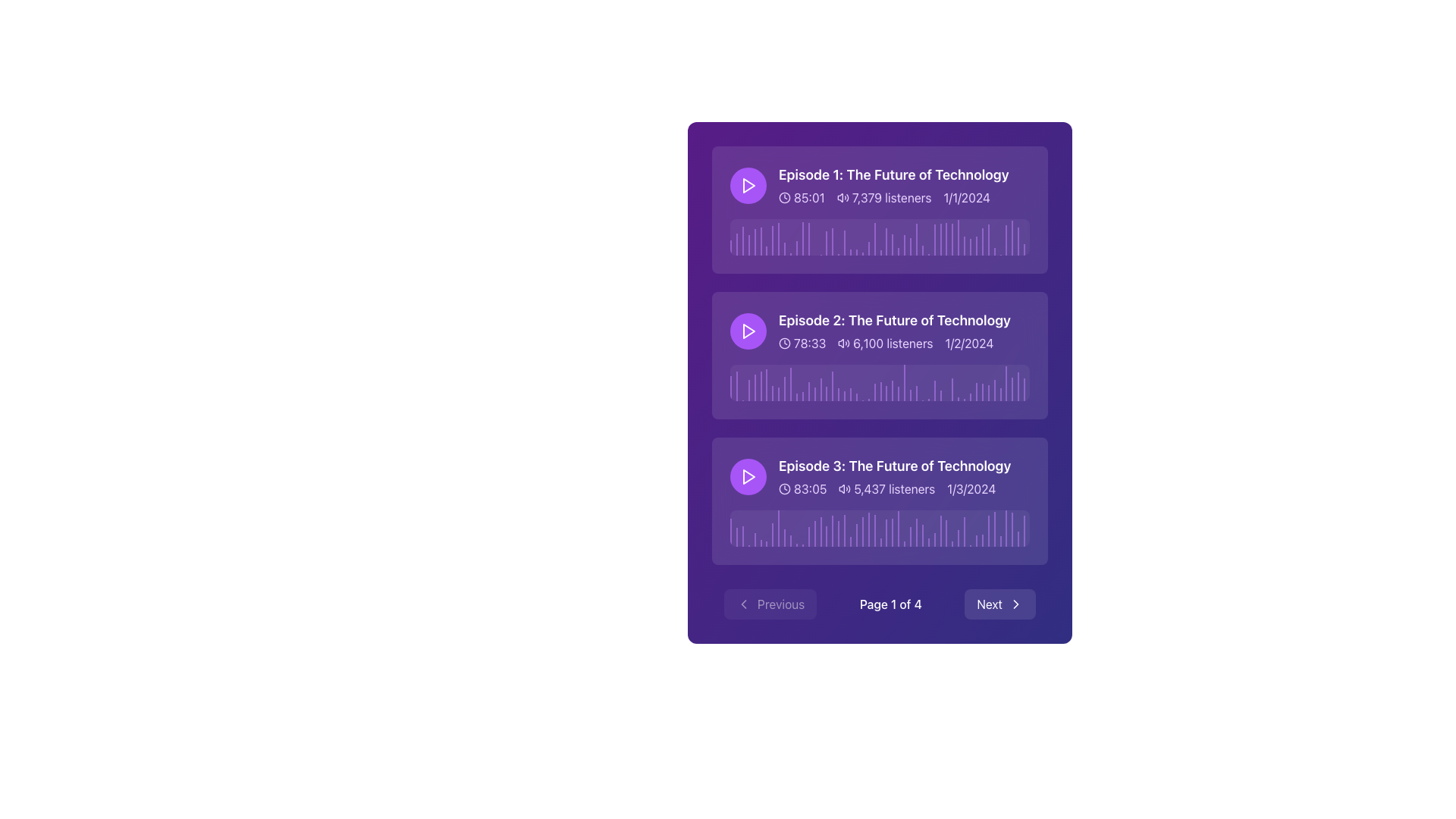 The image size is (1456, 819). Describe the element at coordinates (893, 532) in the screenshot. I see `the narrow vertical bar representing the audio waveform segment, which is translucent purple and part of the waveform in the progress bar section of the 'Episode 3: The Future of Technology' card` at that location.